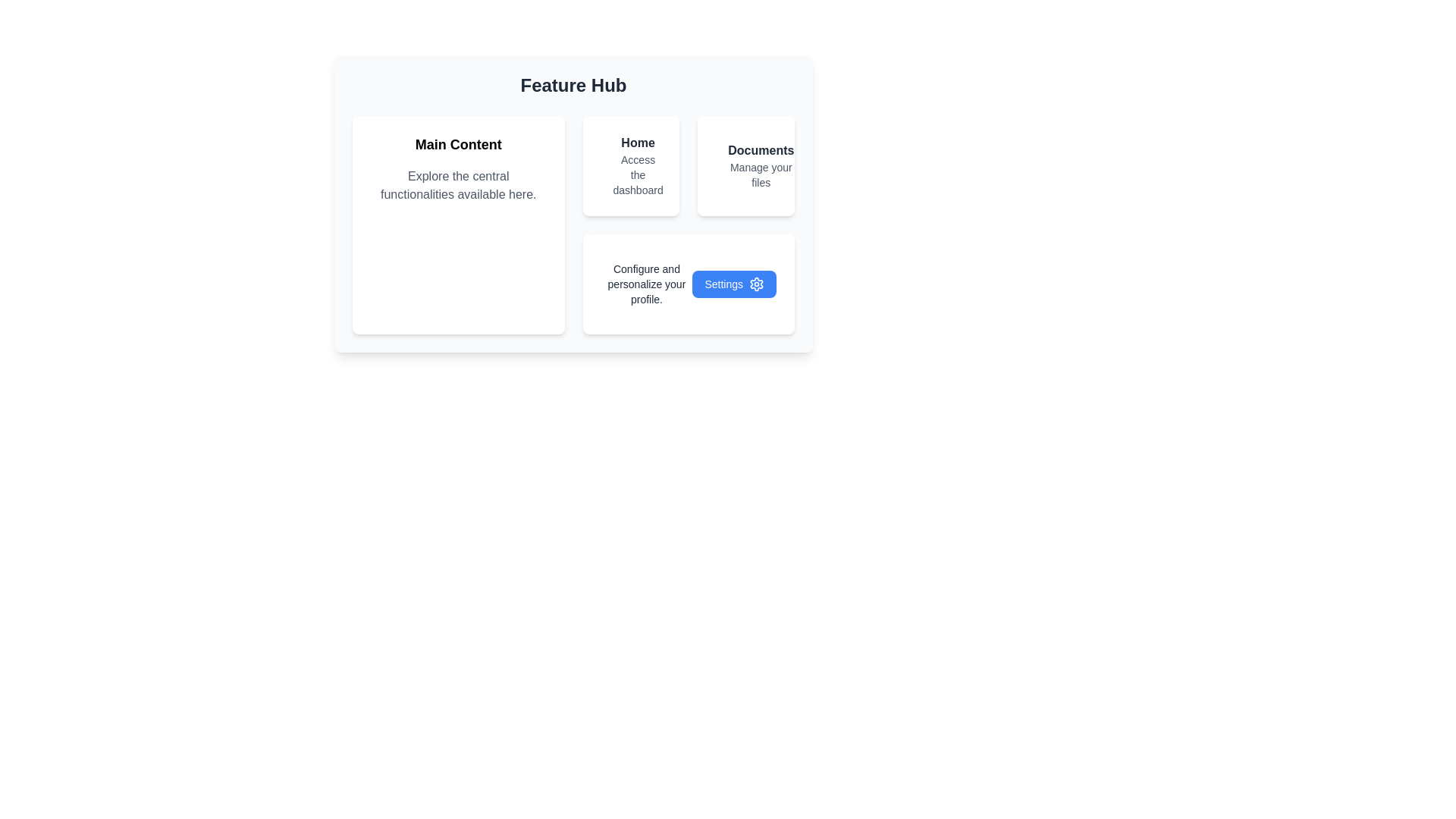 This screenshot has height=819, width=1456. Describe the element at coordinates (757, 284) in the screenshot. I see `the gear-shaped blue settings icon located on the blue button labeled 'Settings' in the lower-right card of the interface` at that location.